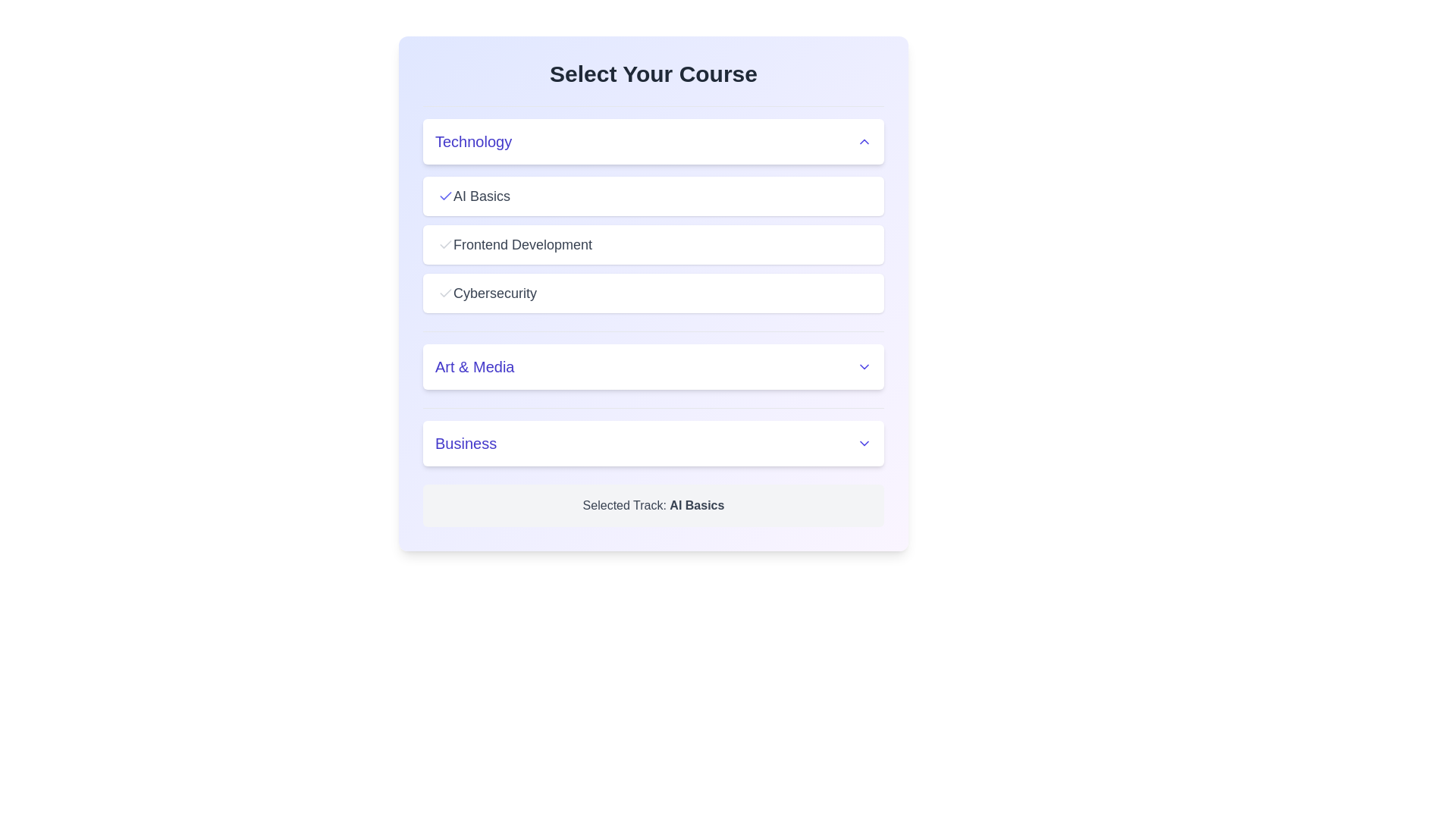  What do you see at coordinates (696, 505) in the screenshot?
I see `displayed text of the label that shows the title of the selected track, 'AI Basics', located in the section marked with 'Selected Track:' near the center-bottom of the form layout` at bounding box center [696, 505].